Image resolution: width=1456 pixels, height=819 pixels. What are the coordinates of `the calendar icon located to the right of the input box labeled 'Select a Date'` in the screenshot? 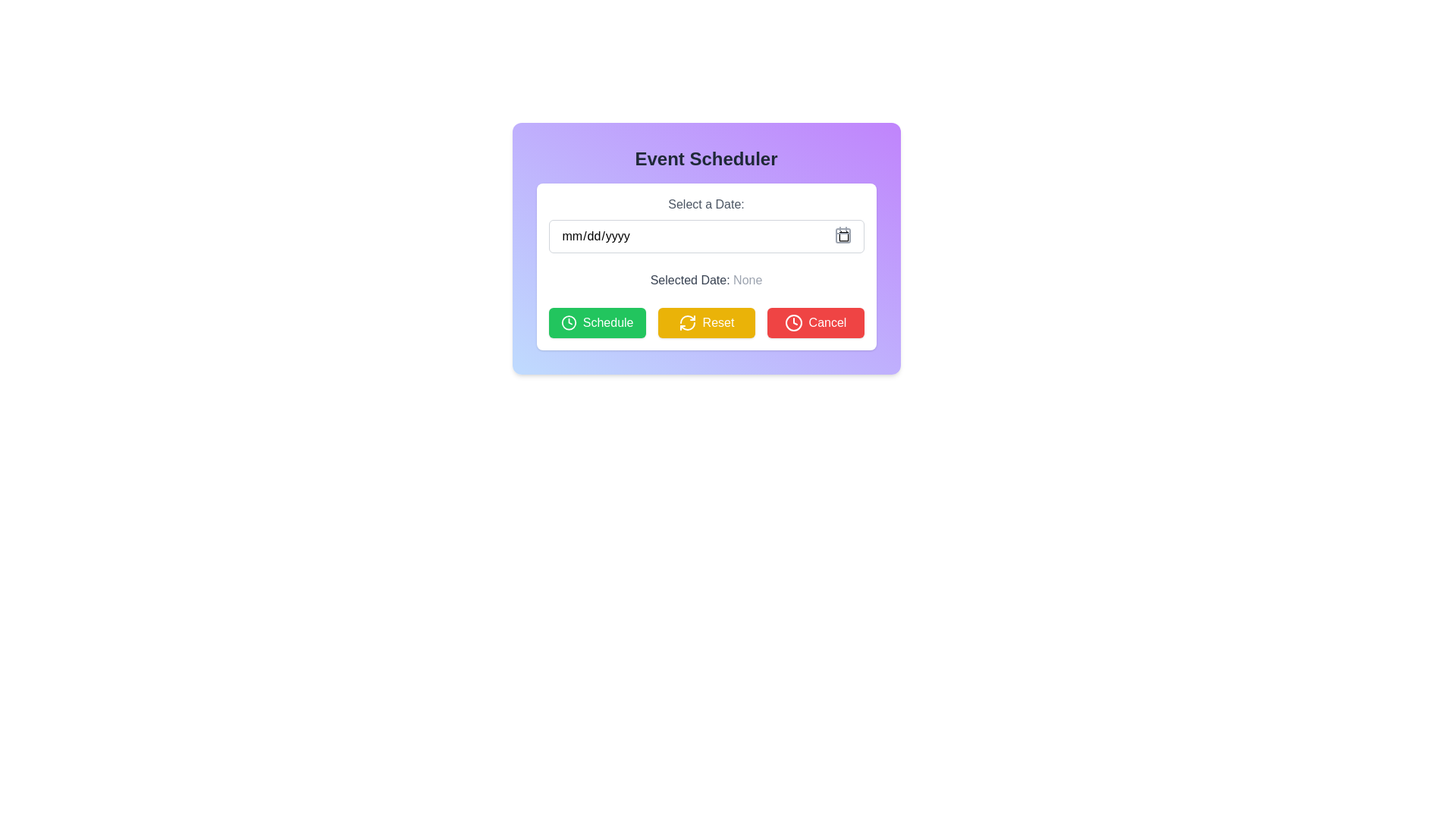 It's located at (842, 234).